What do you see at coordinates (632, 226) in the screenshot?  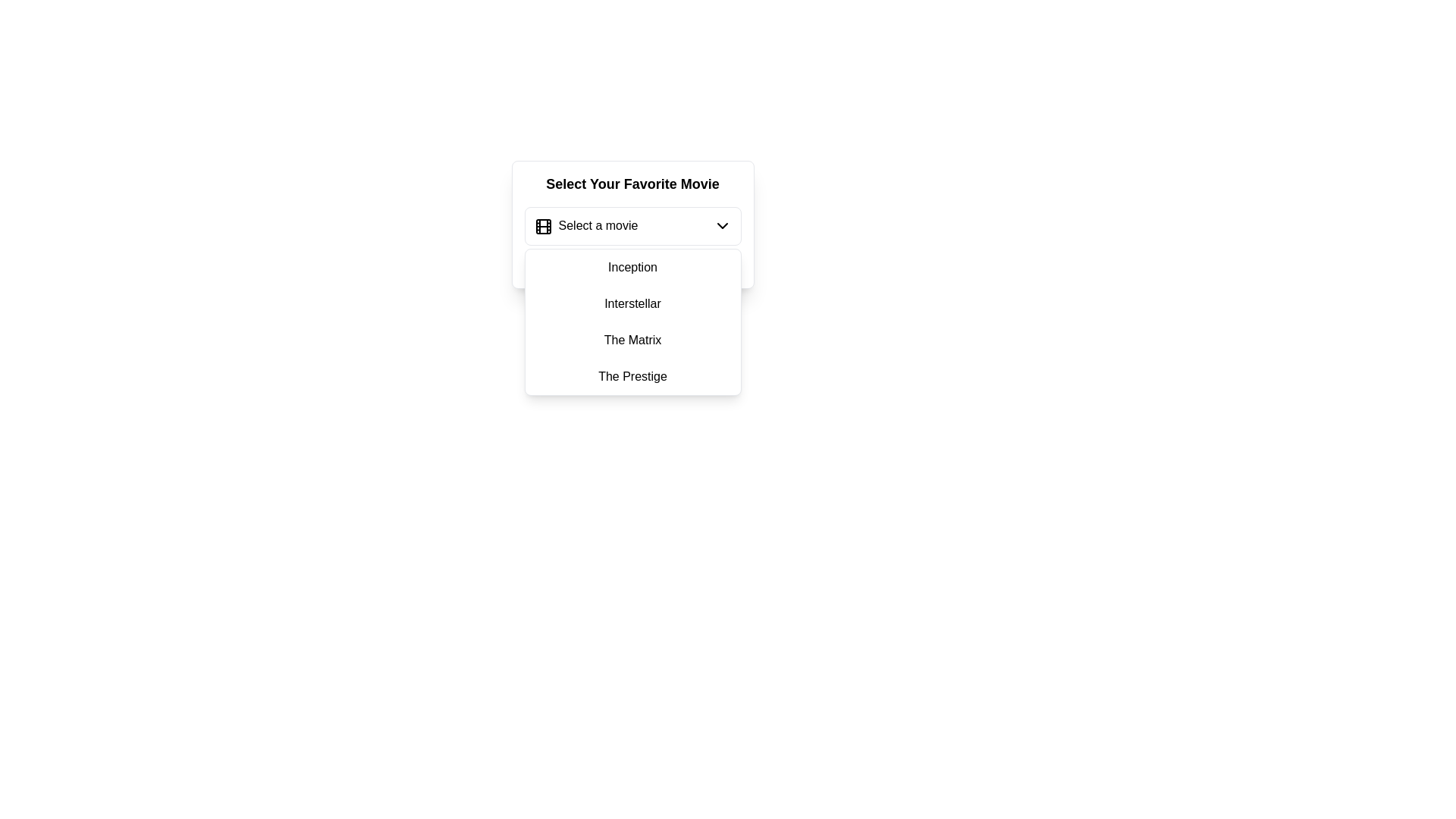 I see `the dropdown menu under the 'Select Your Favorite Movie' heading` at bounding box center [632, 226].